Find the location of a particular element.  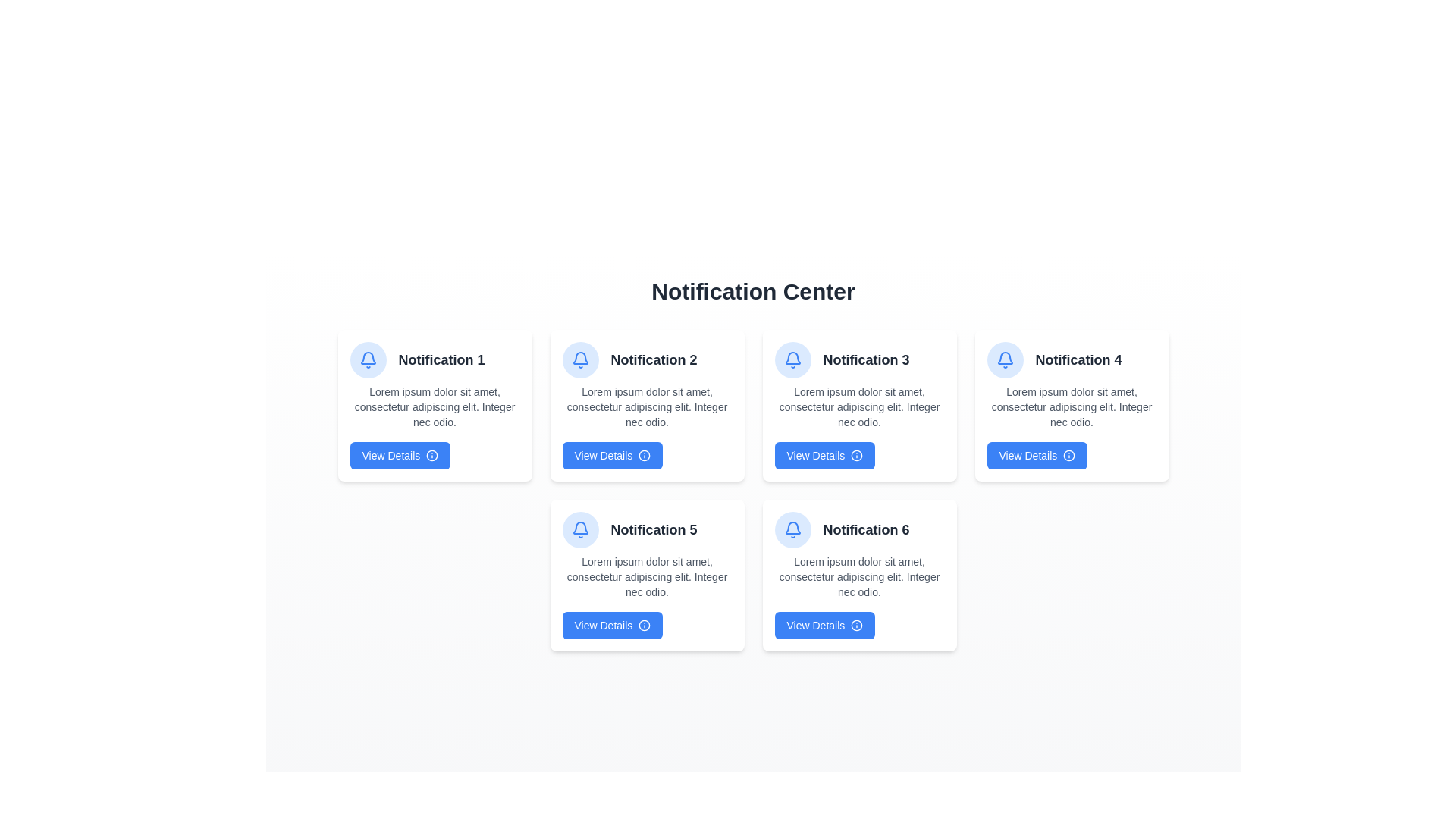

the Text block located beneath the title of 'Notification 1' and above the 'View Details' button is located at coordinates (434, 406).